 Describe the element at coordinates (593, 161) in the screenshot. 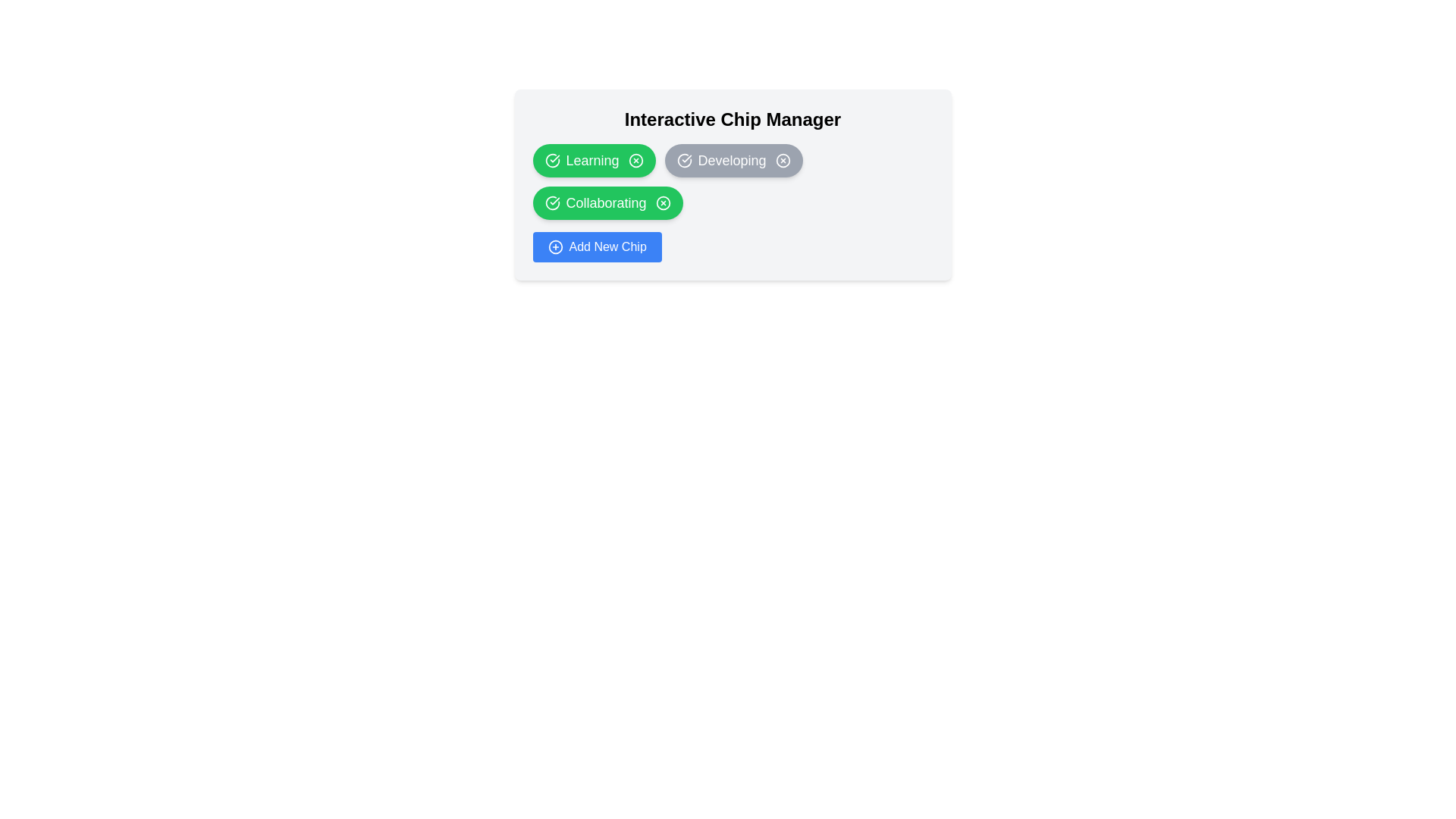

I see `the interactive icons within the 'Learning' Tag button to interact with it` at that location.